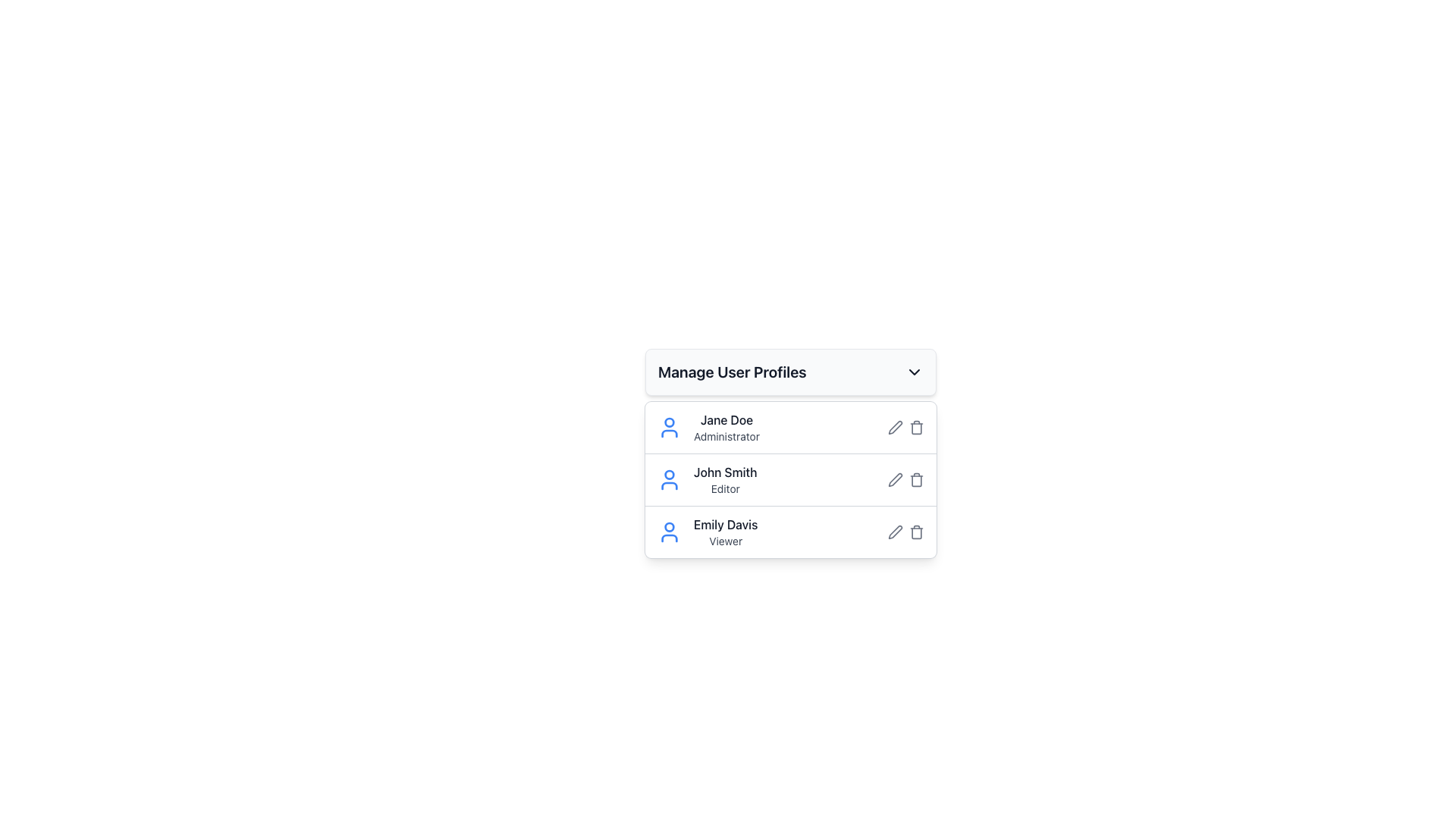  I want to click on the user profile icon for 'Emily Davis', which is a blue silhouette icon located in the third row under 'Manage User Profiles', so click(669, 532).